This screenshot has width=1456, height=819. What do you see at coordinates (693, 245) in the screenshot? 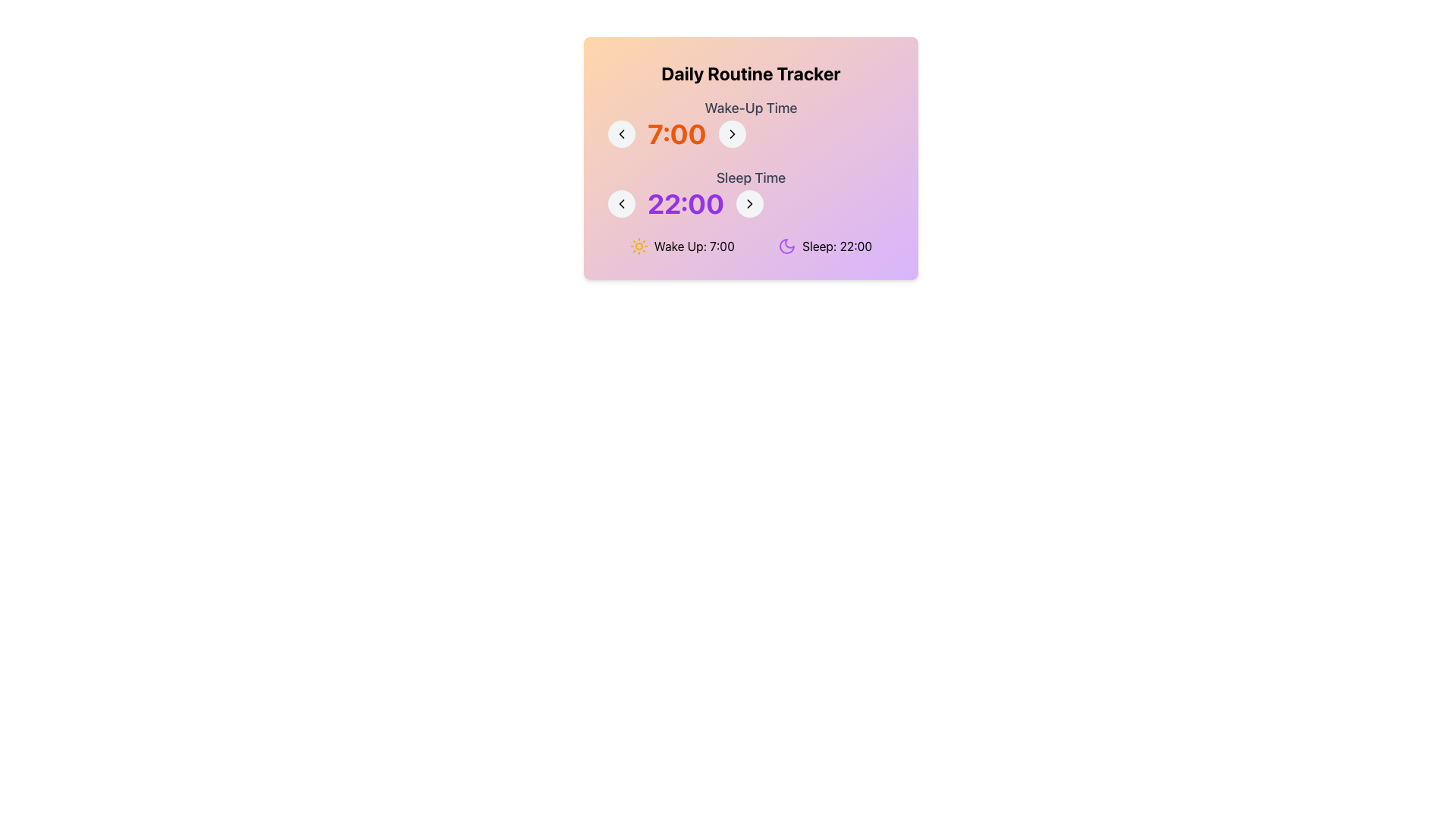
I see `the informative label indicating the wake-up time, which is positioned to the right of the sun icon in the bottom section of the 'Daily Routine Tracker' card` at bounding box center [693, 245].